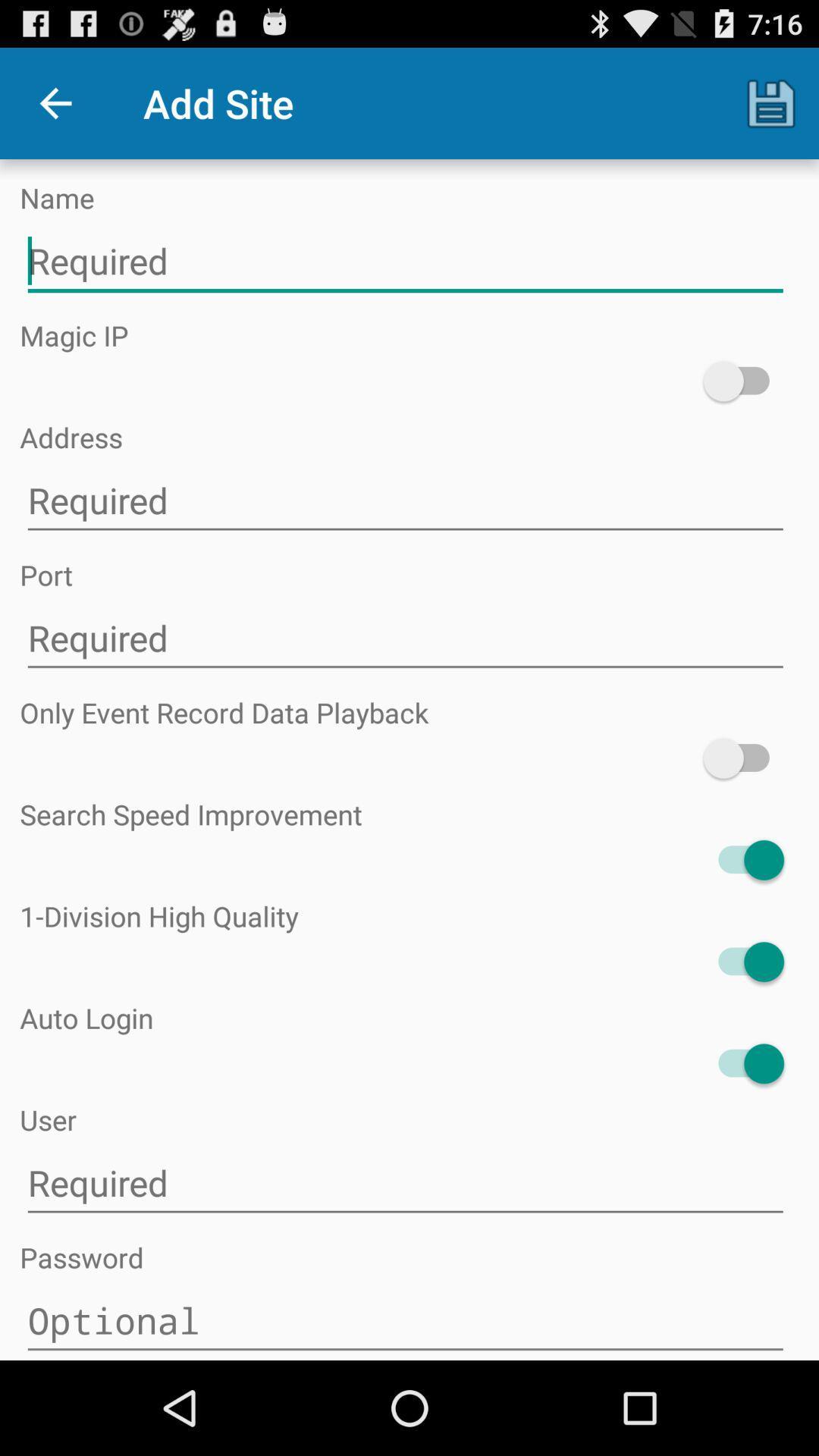 This screenshot has width=819, height=1456. What do you see at coordinates (404, 262) in the screenshot?
I see `the icon above magic ip` at bounding box center [404, 262].